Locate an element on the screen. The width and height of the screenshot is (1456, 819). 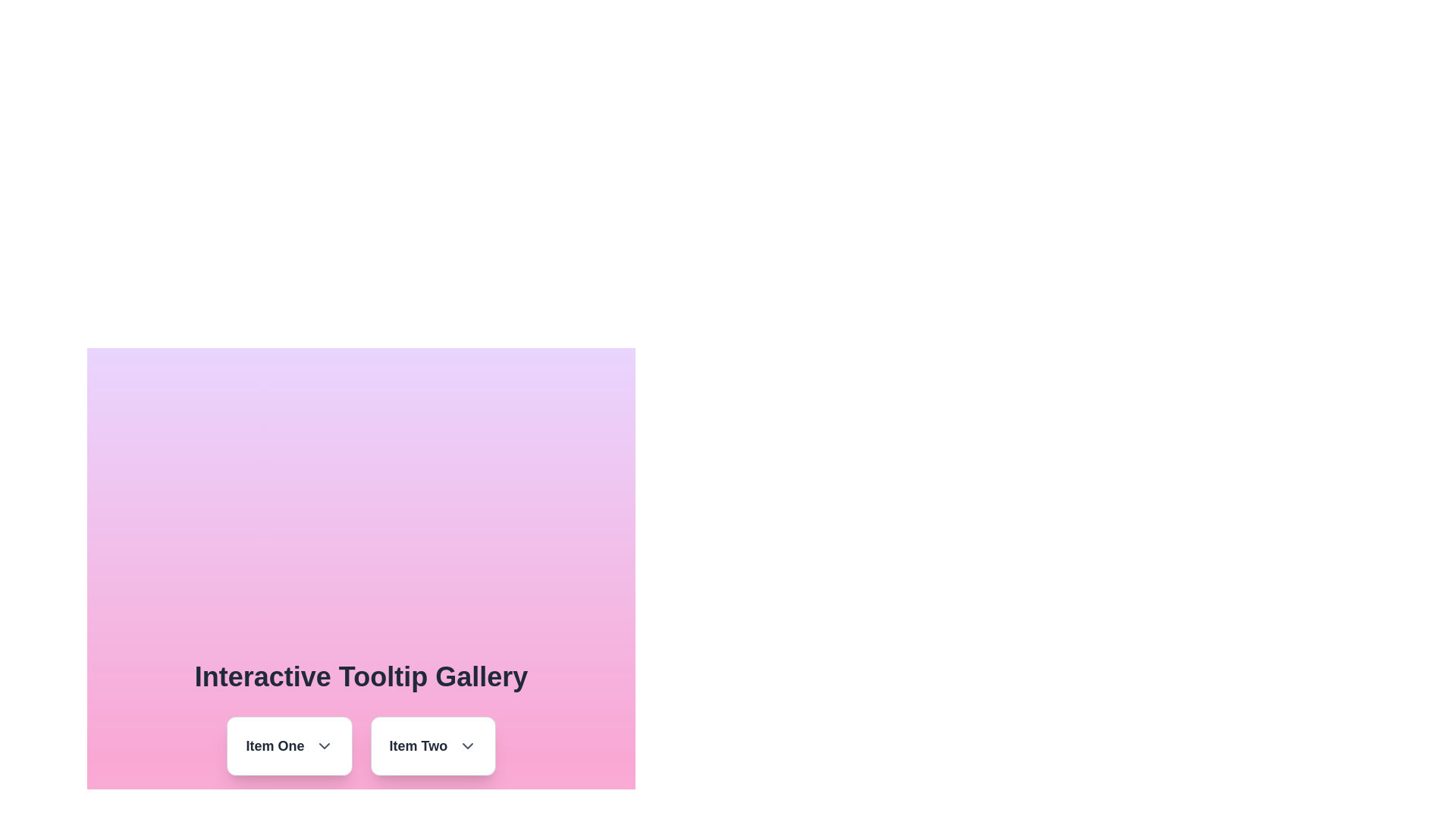
the interactive dropdown trigger button associated with 'Item Two' for keyboard navigation is located at coordinates (466, 745).